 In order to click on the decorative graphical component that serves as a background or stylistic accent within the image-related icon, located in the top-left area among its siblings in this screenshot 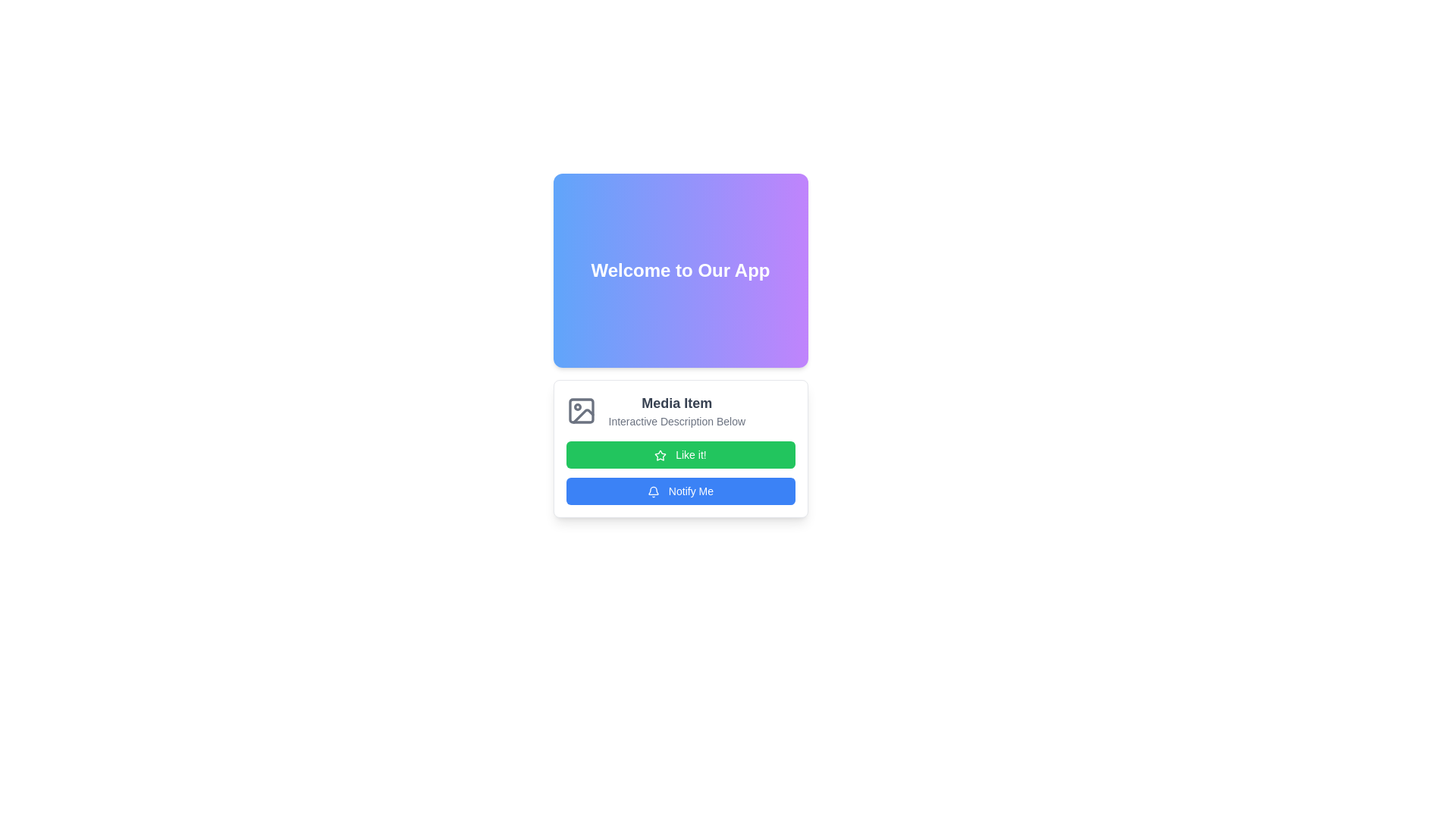, I will do `click(580, 411)`.